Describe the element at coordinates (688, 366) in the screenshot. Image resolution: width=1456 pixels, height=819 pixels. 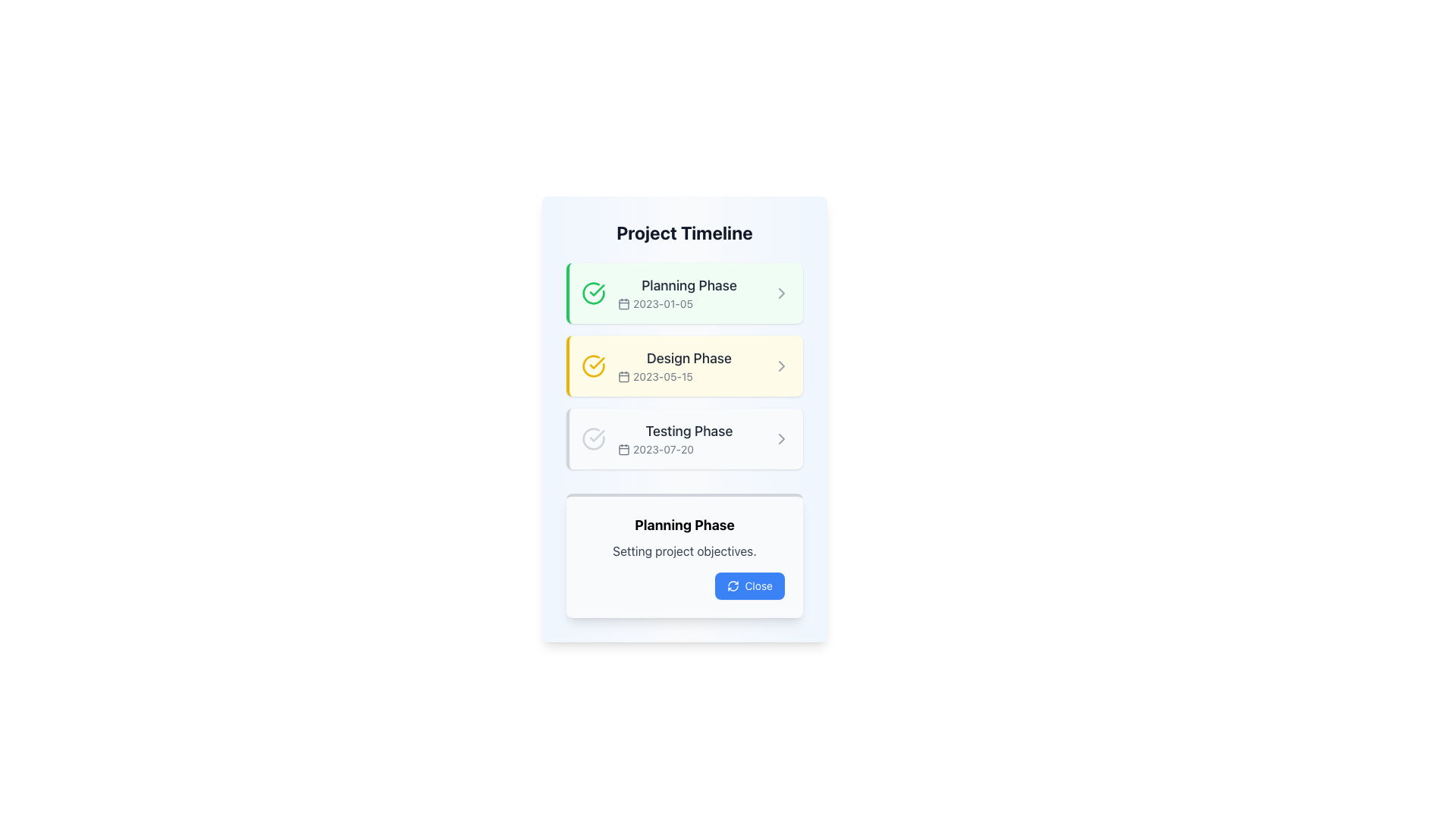
I see `the calendar icon on the 'Design Phase' card, which is the second card in a vertical list and features bold text 'Design Phase' and lighter text '2023-05-15' on a yellow background` at that location.